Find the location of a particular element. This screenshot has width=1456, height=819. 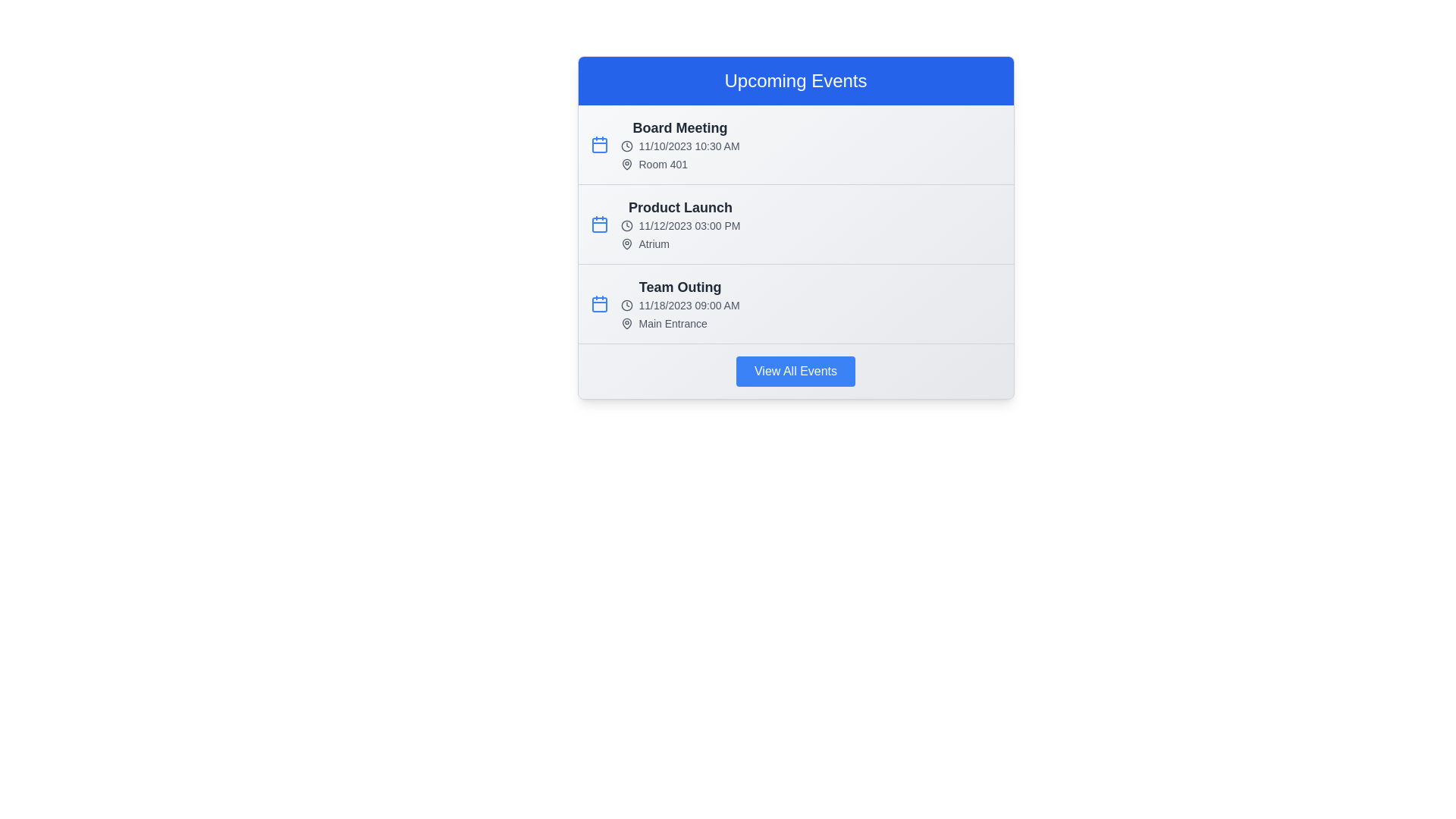

the location icon for the 'Team Outing' event, which is positioned at the bottom of the event card, below the event time details is located at coordinates (679, 323).